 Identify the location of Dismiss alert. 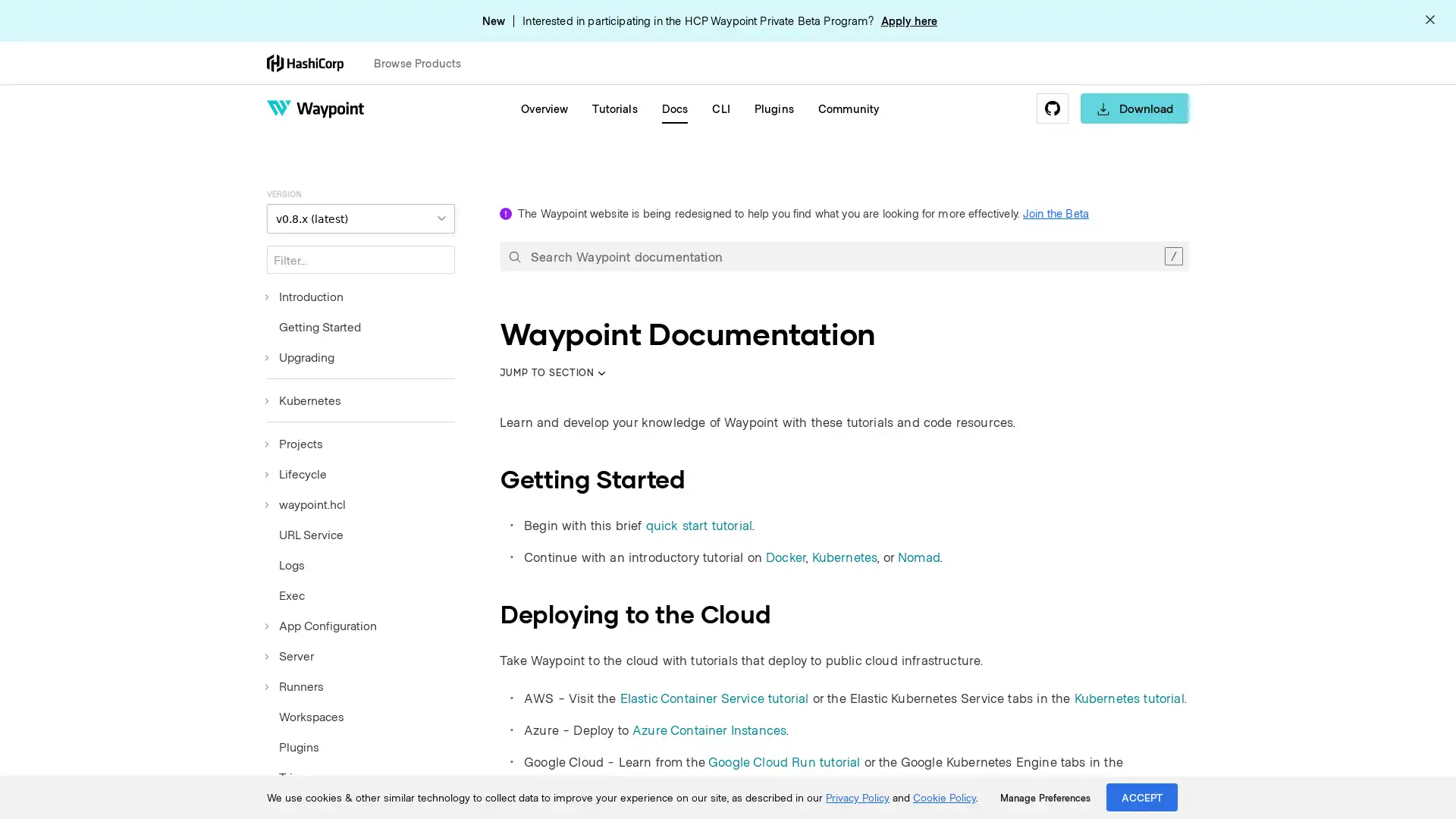
(1429, 20).